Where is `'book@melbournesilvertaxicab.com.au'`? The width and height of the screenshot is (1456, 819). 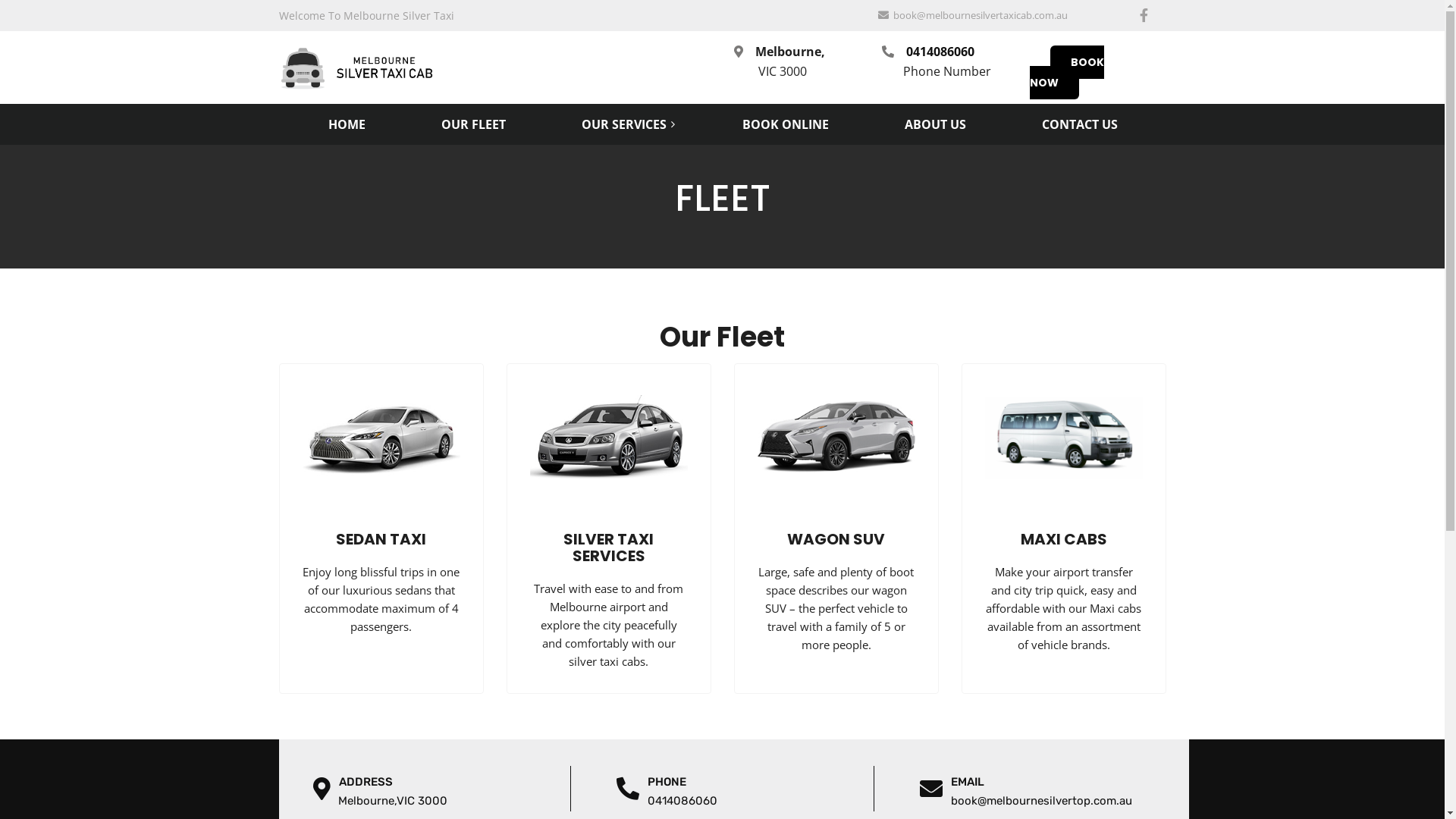 'book@melbournesilvertaxicab.com.au' is located at coordinates (980, 14).